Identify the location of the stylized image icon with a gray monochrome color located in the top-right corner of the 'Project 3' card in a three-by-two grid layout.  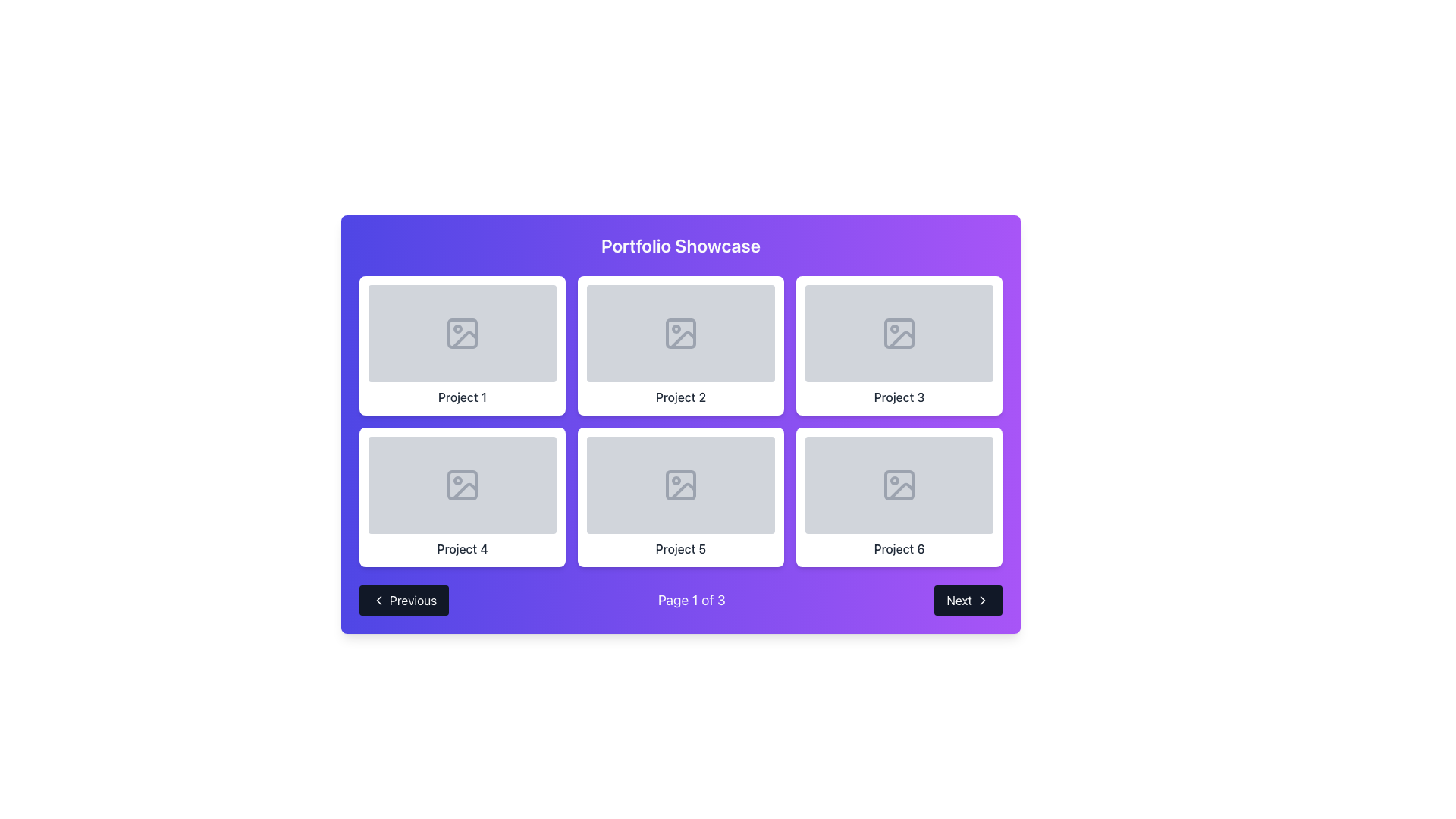
(899, 332).